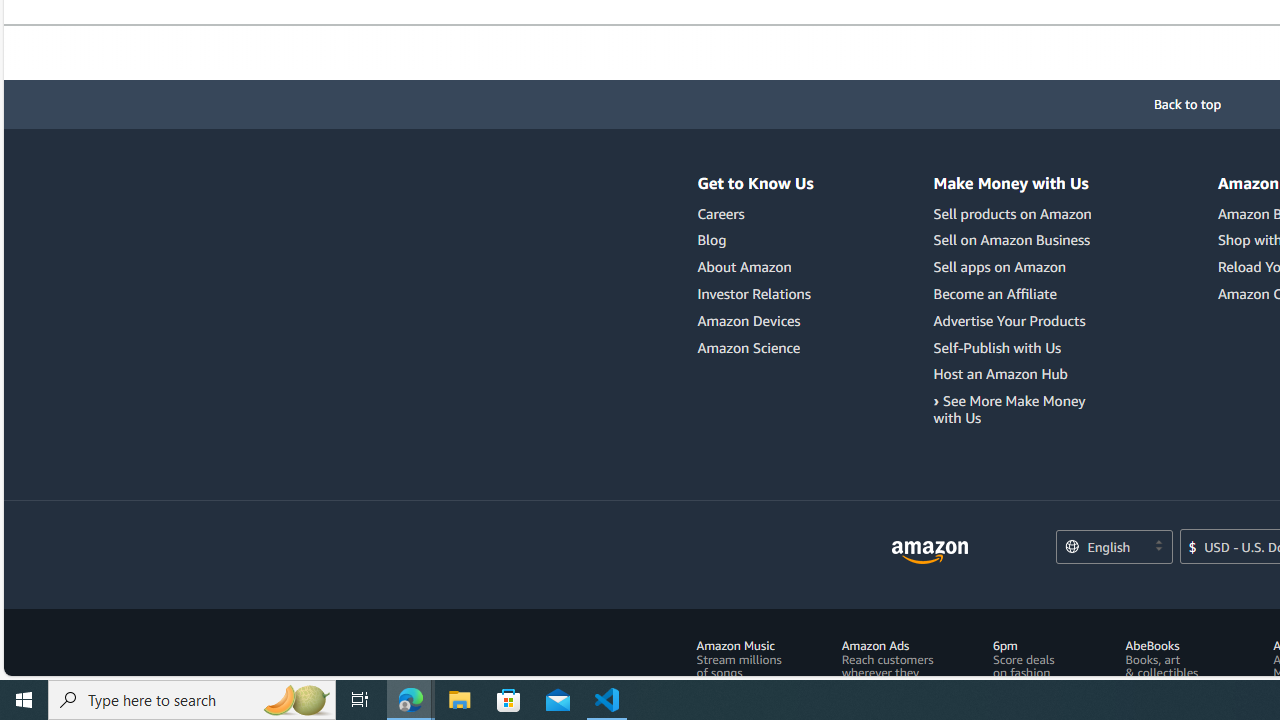  I want to click on 'Advertise Your Products', so click(1009, 319).